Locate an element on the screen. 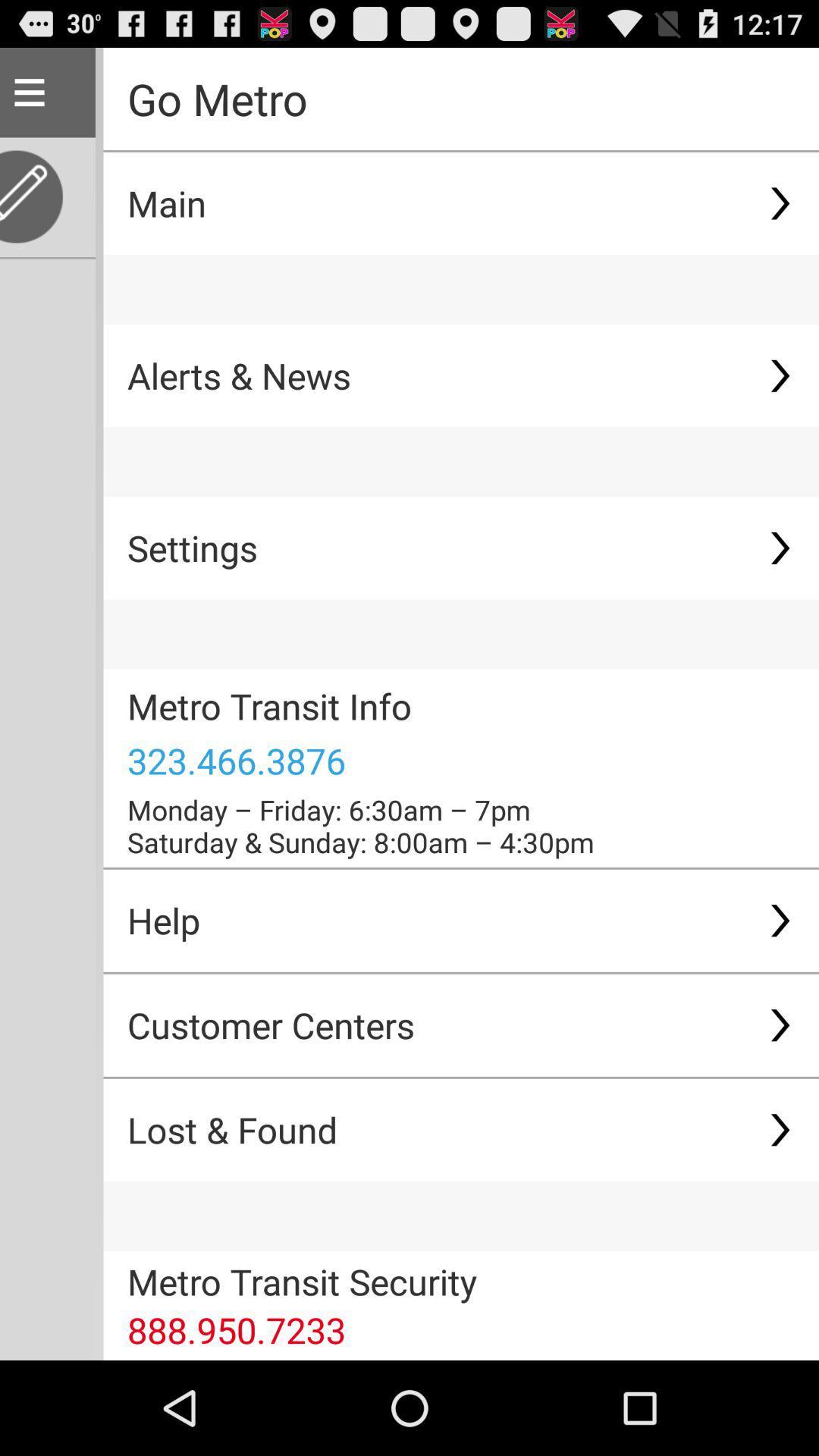  the menu icon is located at coordinates (29, 98).